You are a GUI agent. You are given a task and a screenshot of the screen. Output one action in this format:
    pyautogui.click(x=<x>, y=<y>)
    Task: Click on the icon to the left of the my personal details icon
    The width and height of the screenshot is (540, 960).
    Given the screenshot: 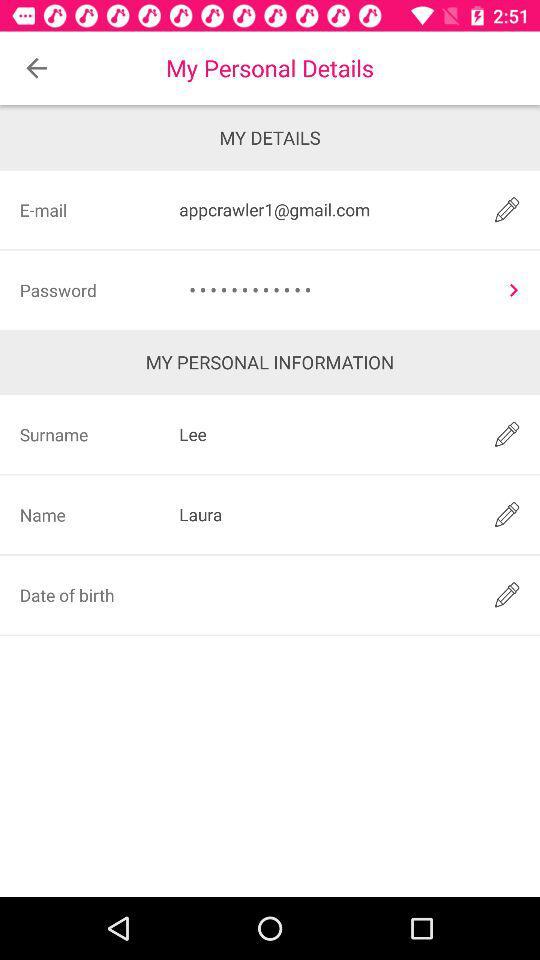 What is the action you would take?
    pyautogui.click(x=36, y=68)
    